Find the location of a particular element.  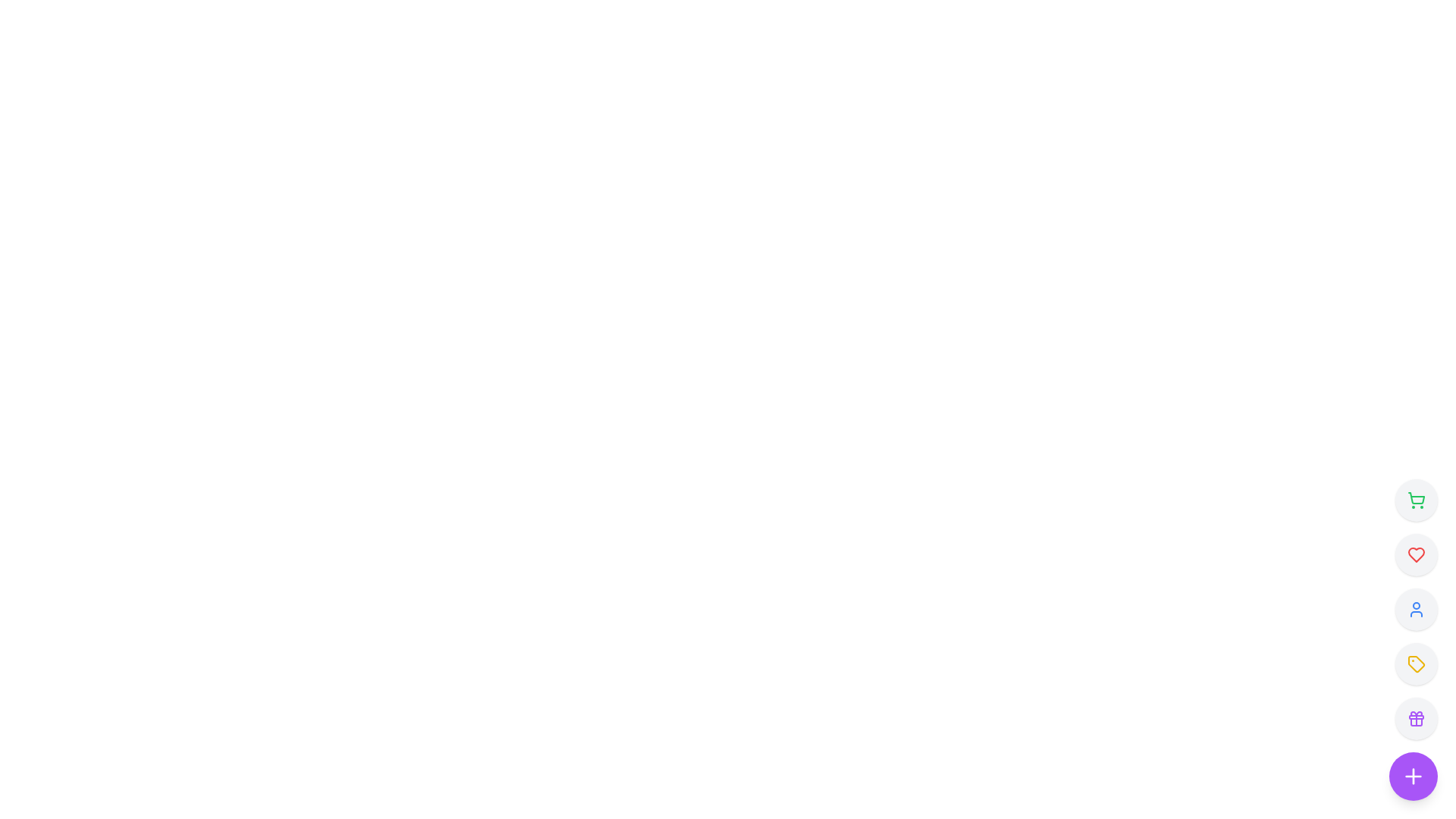

the fifth rounded button in the vertical series located at the bottom right of the interface is located at coordinates (1415, 663).